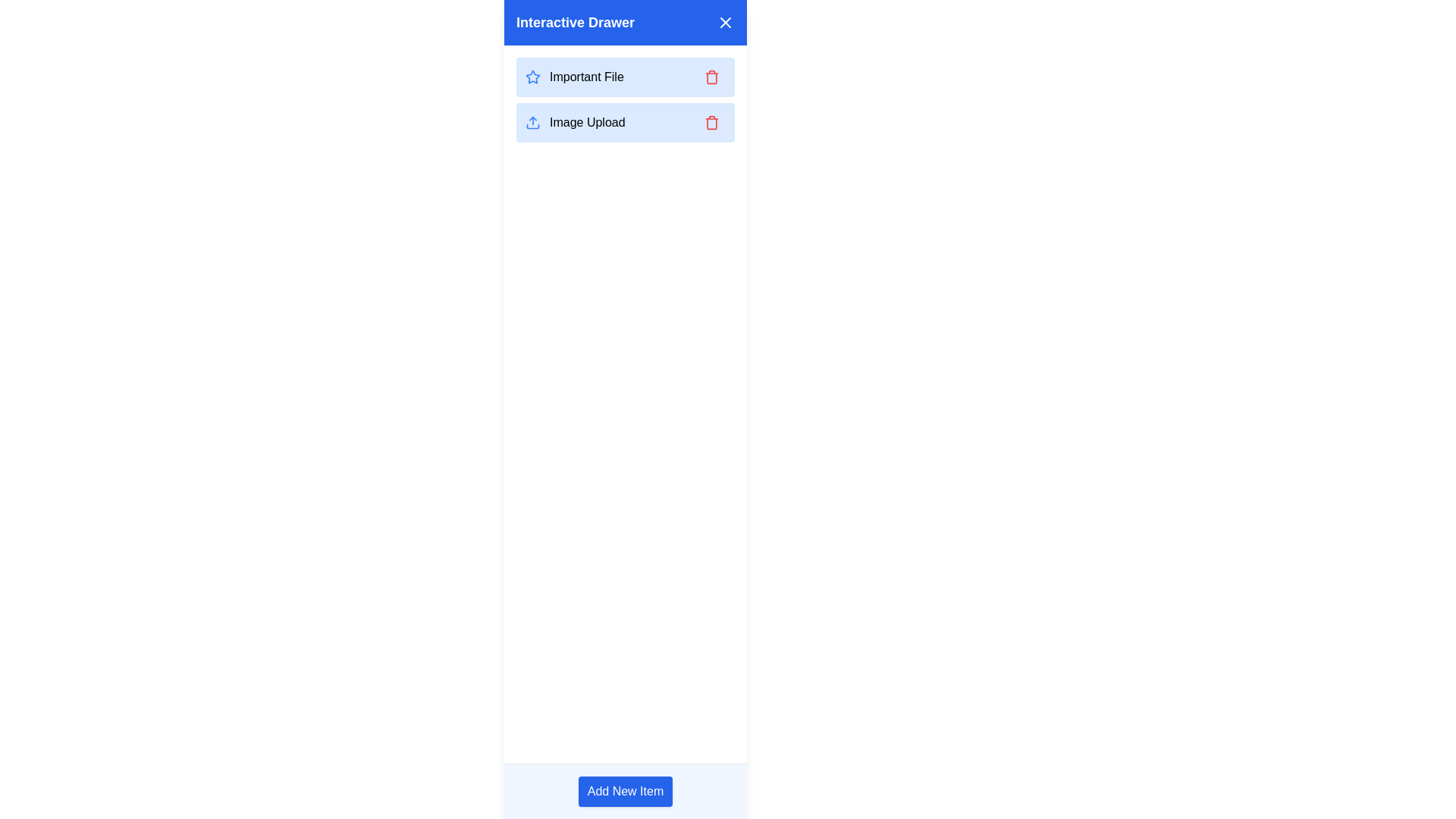  What do you see at coordinates (724, 23) in the screenshot?
I see `the close button with an 'X' icon located at the top-right corner of the interface` at bounding box center [724, 23].